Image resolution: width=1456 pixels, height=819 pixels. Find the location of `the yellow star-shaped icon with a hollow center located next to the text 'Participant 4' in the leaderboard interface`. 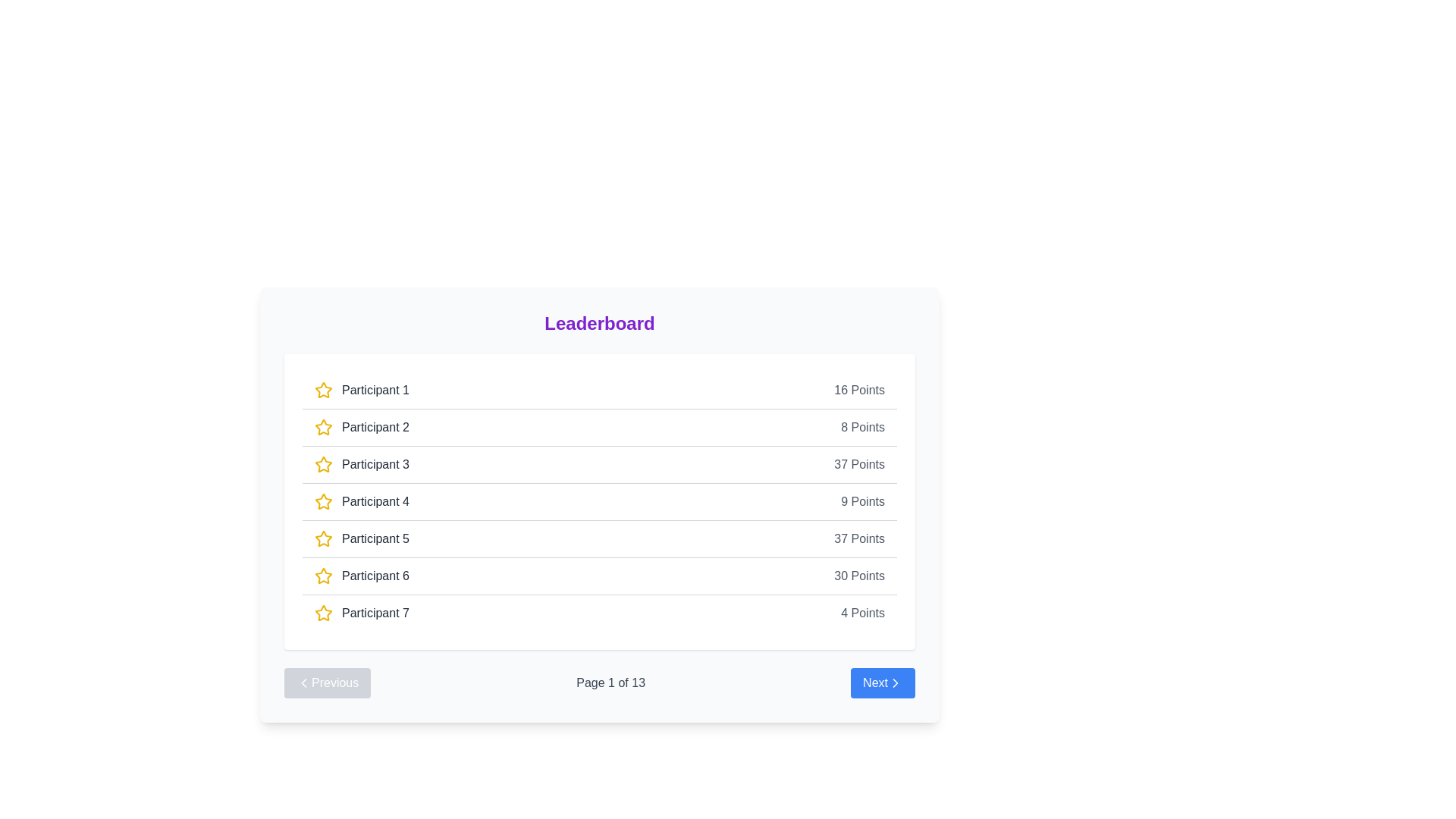

the yellow star-shaped icon with a hollow center located next to the text 'Participant 4' in the leaderboard interface is located at coordinates (323, 502).